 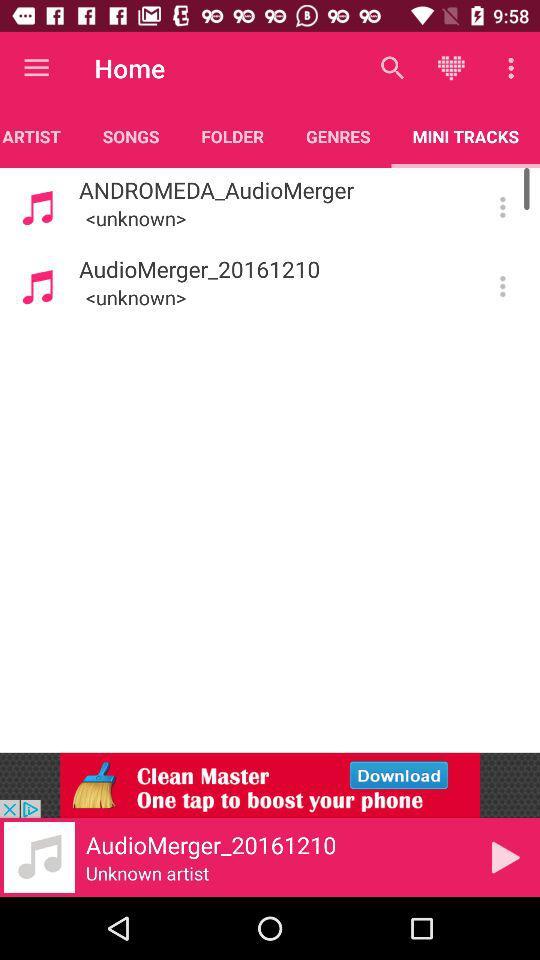 I want to click on options, so click(x=501, y=285).